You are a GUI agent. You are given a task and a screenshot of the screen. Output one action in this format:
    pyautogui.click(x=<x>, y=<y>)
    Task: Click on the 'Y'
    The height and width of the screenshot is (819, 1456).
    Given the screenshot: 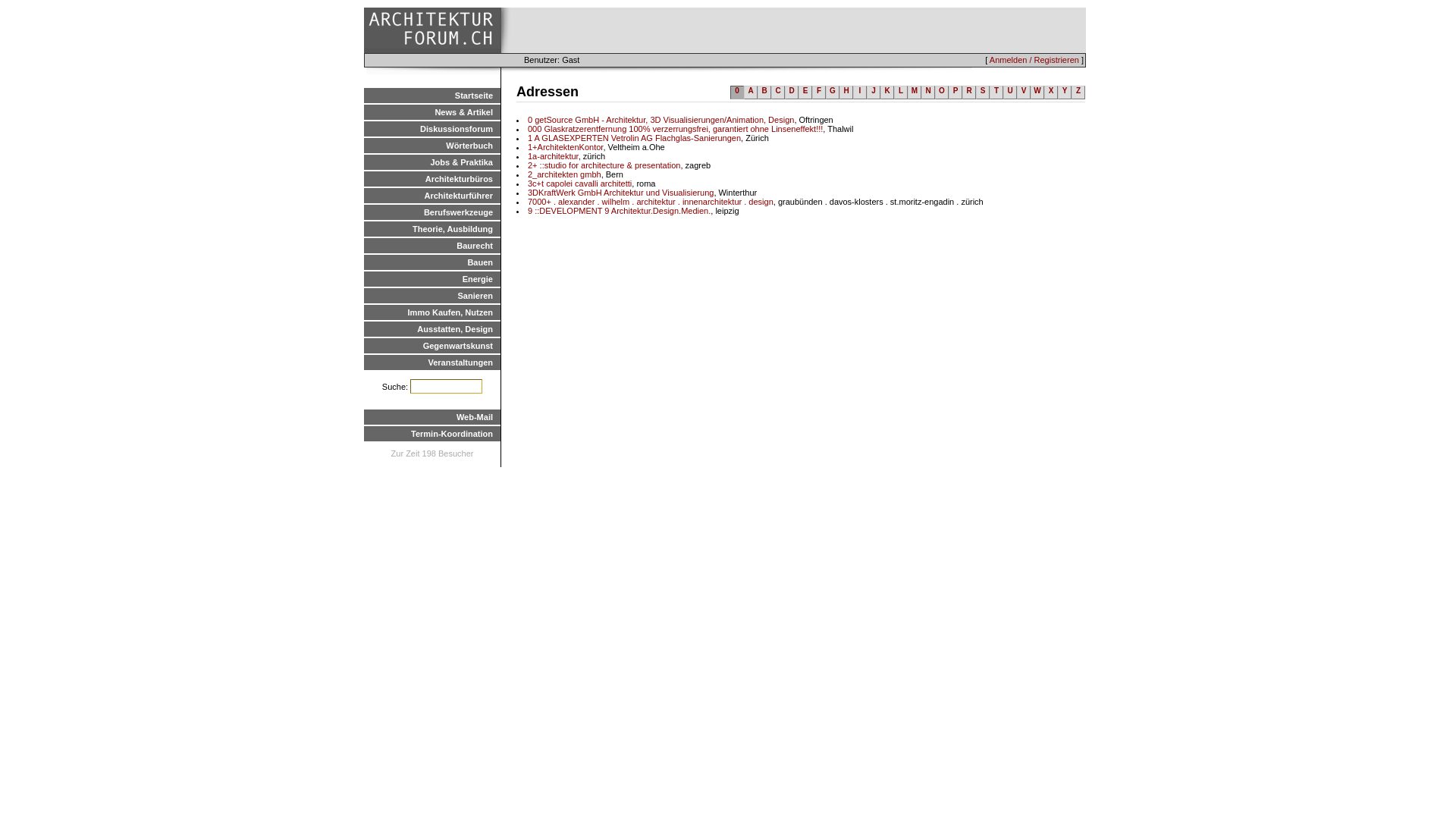 What is the action you would take?
    pyautogui.click(x=1063, y=93)
    